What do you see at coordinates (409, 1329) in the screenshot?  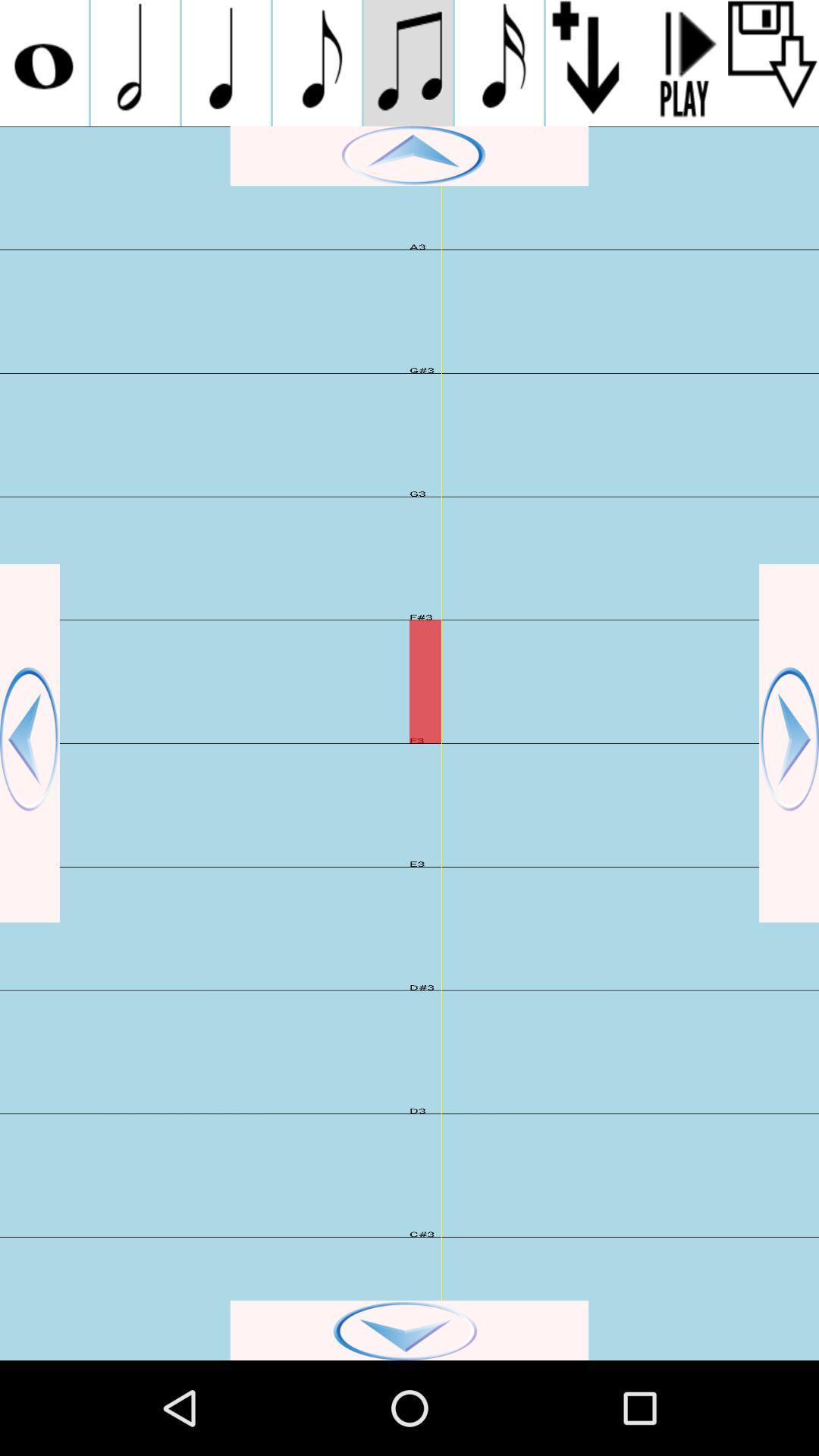 I see `scroll down` at bounding box center [409, 1329].